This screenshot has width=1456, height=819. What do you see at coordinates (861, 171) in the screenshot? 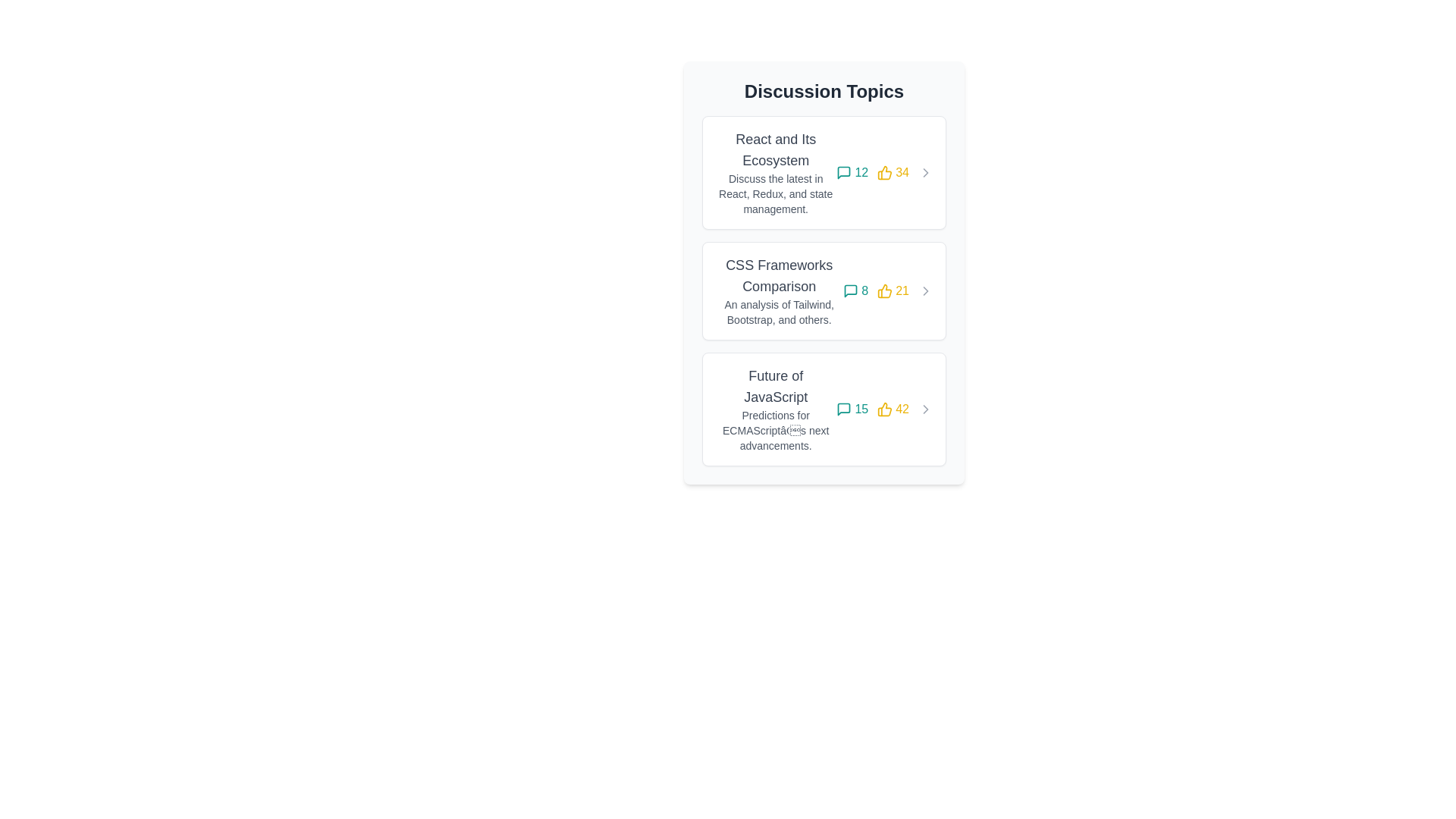
I see `the teal-colored text displaying the number '12', which is styled in a sans-serif font and is part of the discussion topic 'React and Its Ecosystem'` at bounding box center [861, 171].